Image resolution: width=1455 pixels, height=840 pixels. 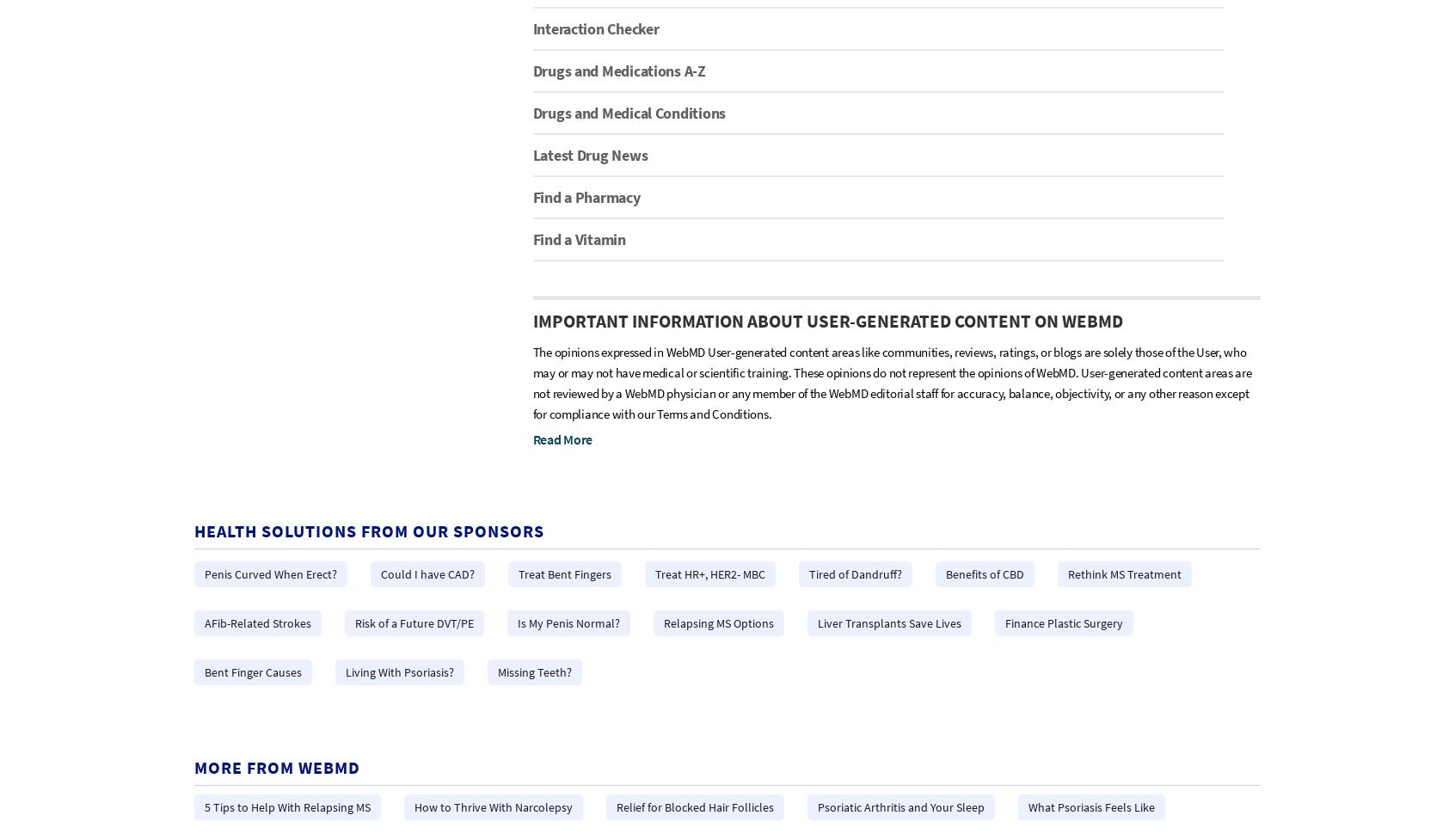 What do you see at coordinates (465, 232) in the screenshot?
I see `'Whole Body Affected by Gut Health'` at bounding box center [465, 232].